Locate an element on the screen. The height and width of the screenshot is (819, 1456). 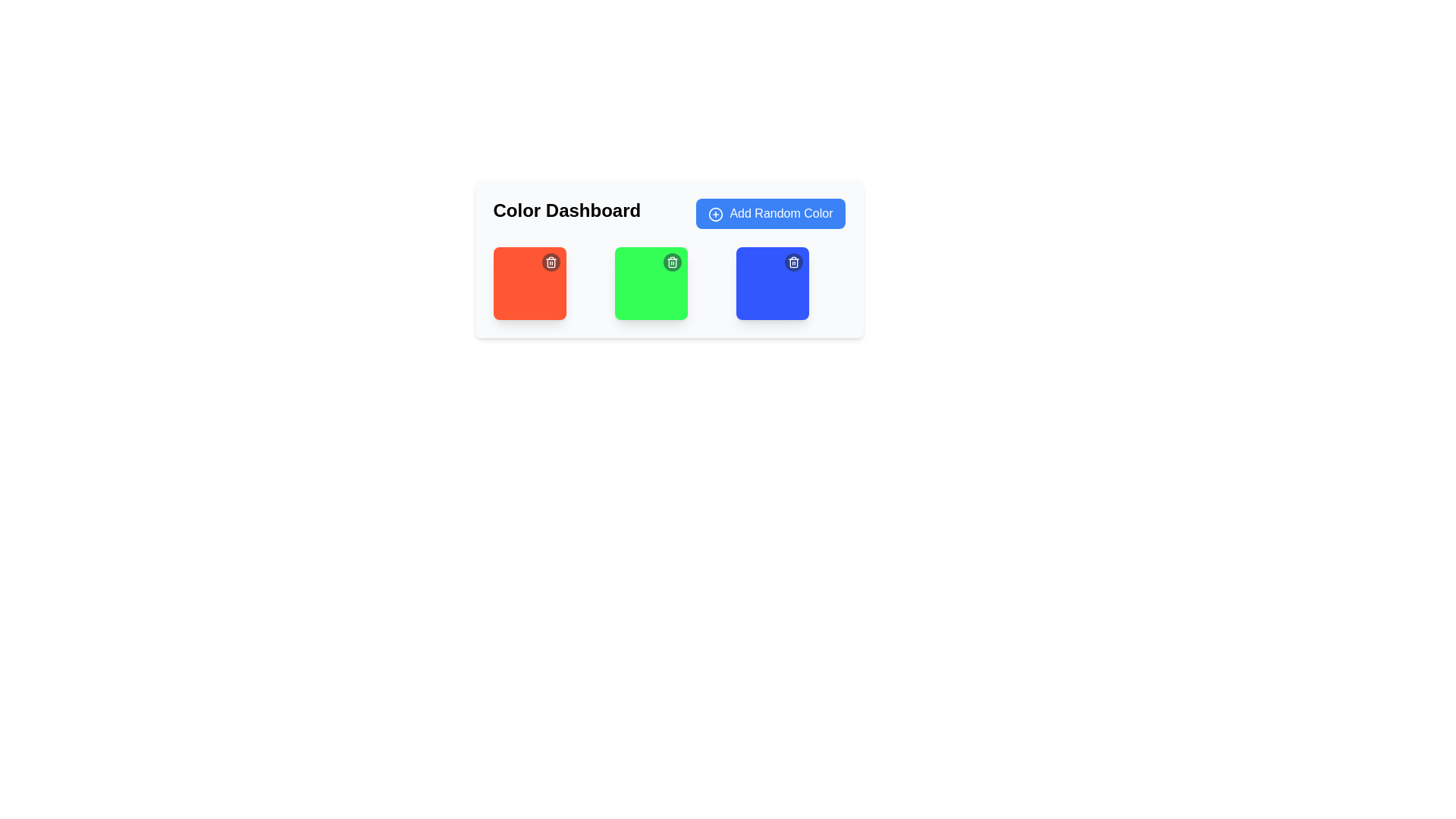
the trash can icon button located in the top-right corner of the second green square card within the 'Color Dashboard' section is located at coordinates (671, 262).